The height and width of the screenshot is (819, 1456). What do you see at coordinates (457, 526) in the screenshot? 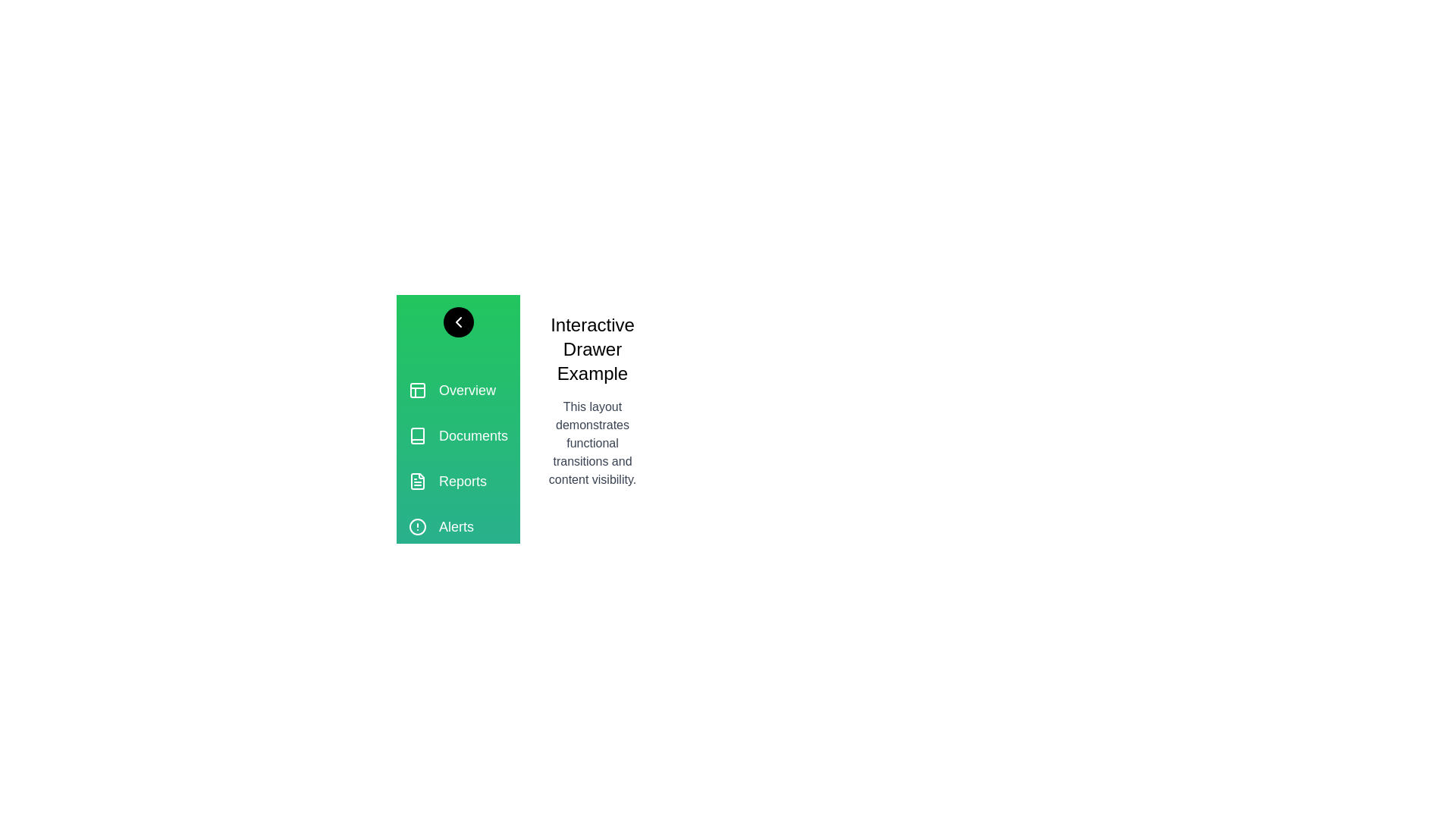
I see `the section Alerts to observe the hover effect` at bounding box center [457, 526].